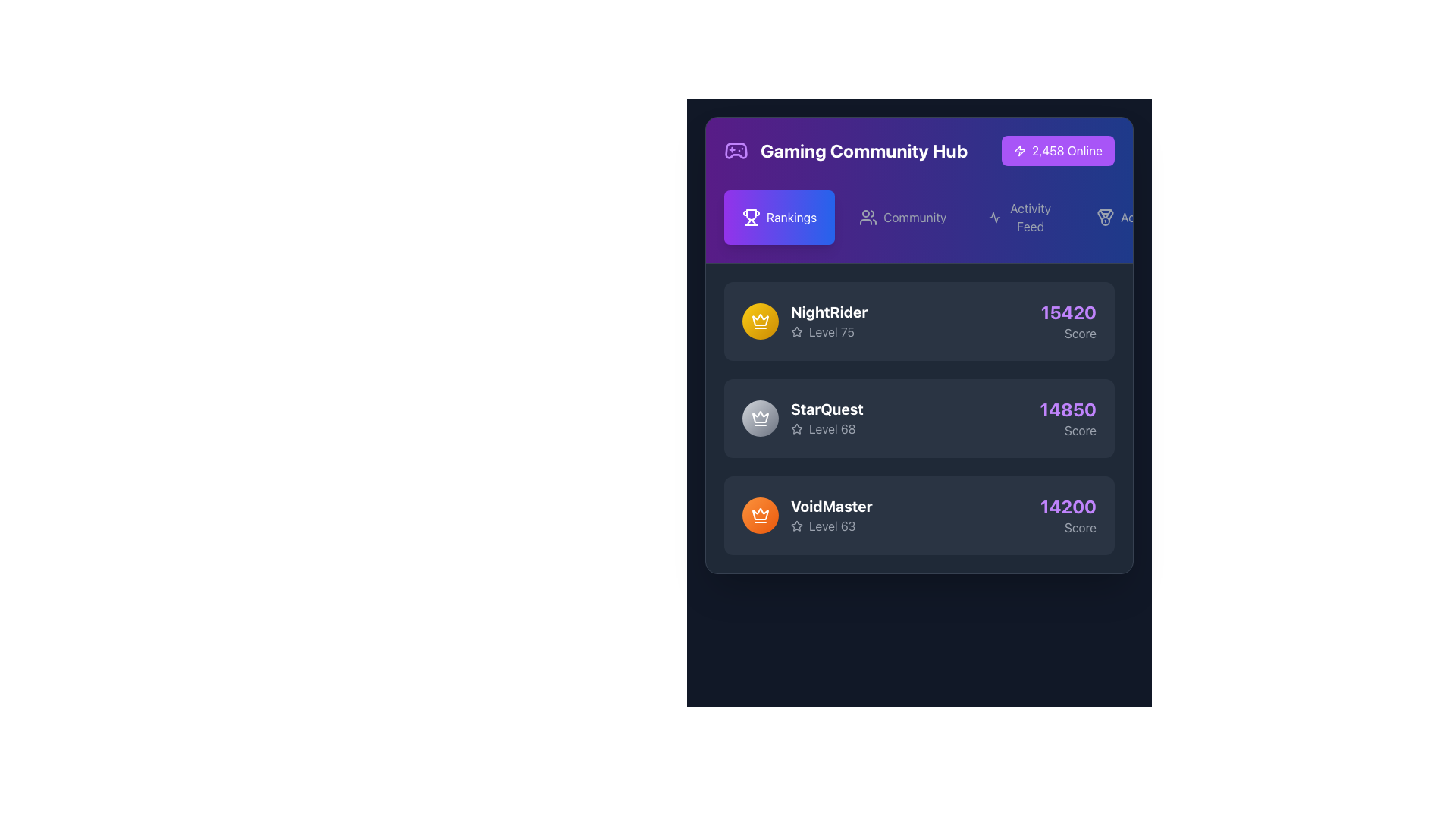  Describe the element at coordinates (779, 217) in the screenshot. I see `the leftmost navigation button` at that location.